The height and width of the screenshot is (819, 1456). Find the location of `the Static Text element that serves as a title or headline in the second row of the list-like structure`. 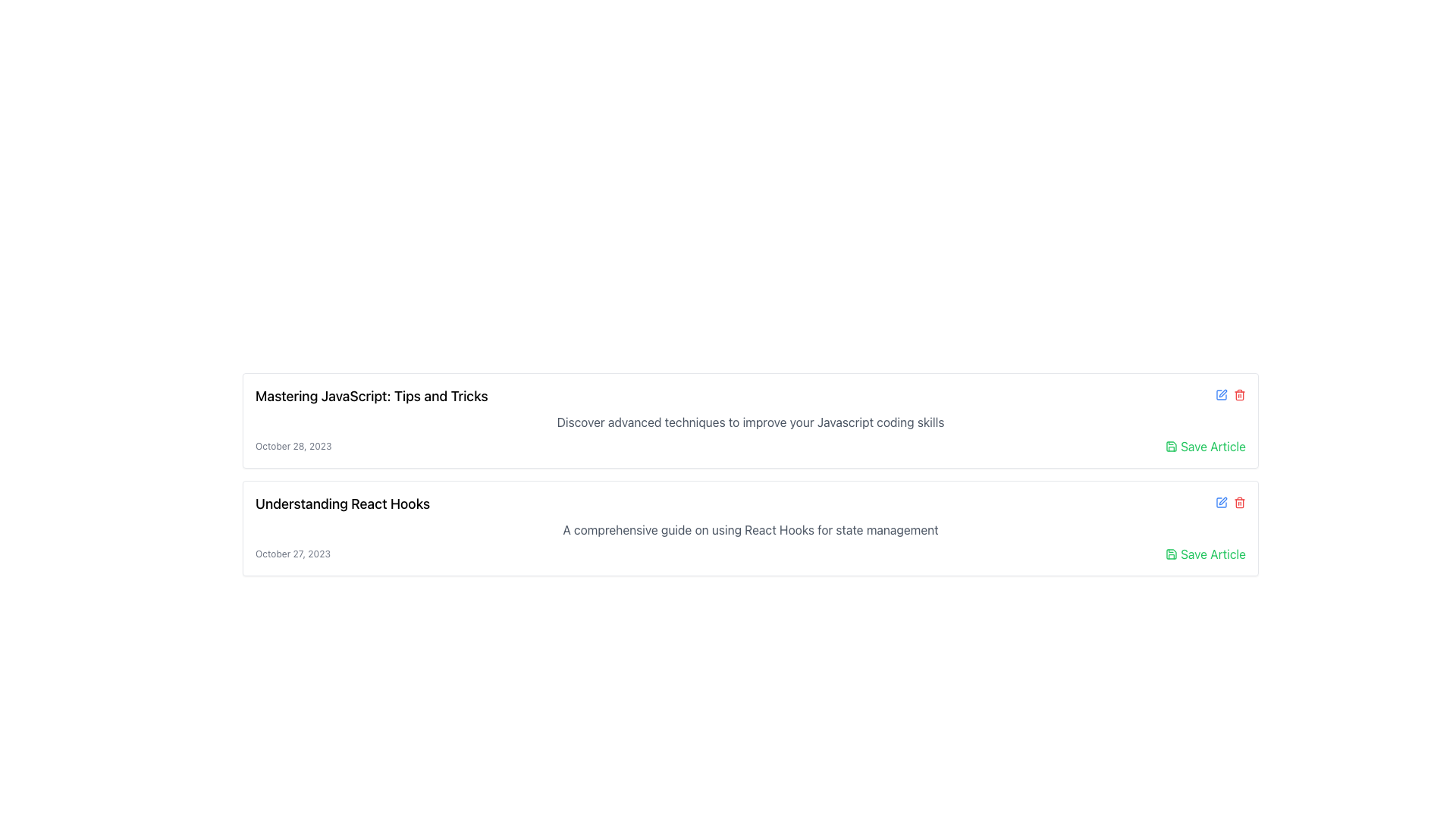

the Static Text element that serves as a title or headline in the second row of the list-like structure is located at coordinates (341, 504).